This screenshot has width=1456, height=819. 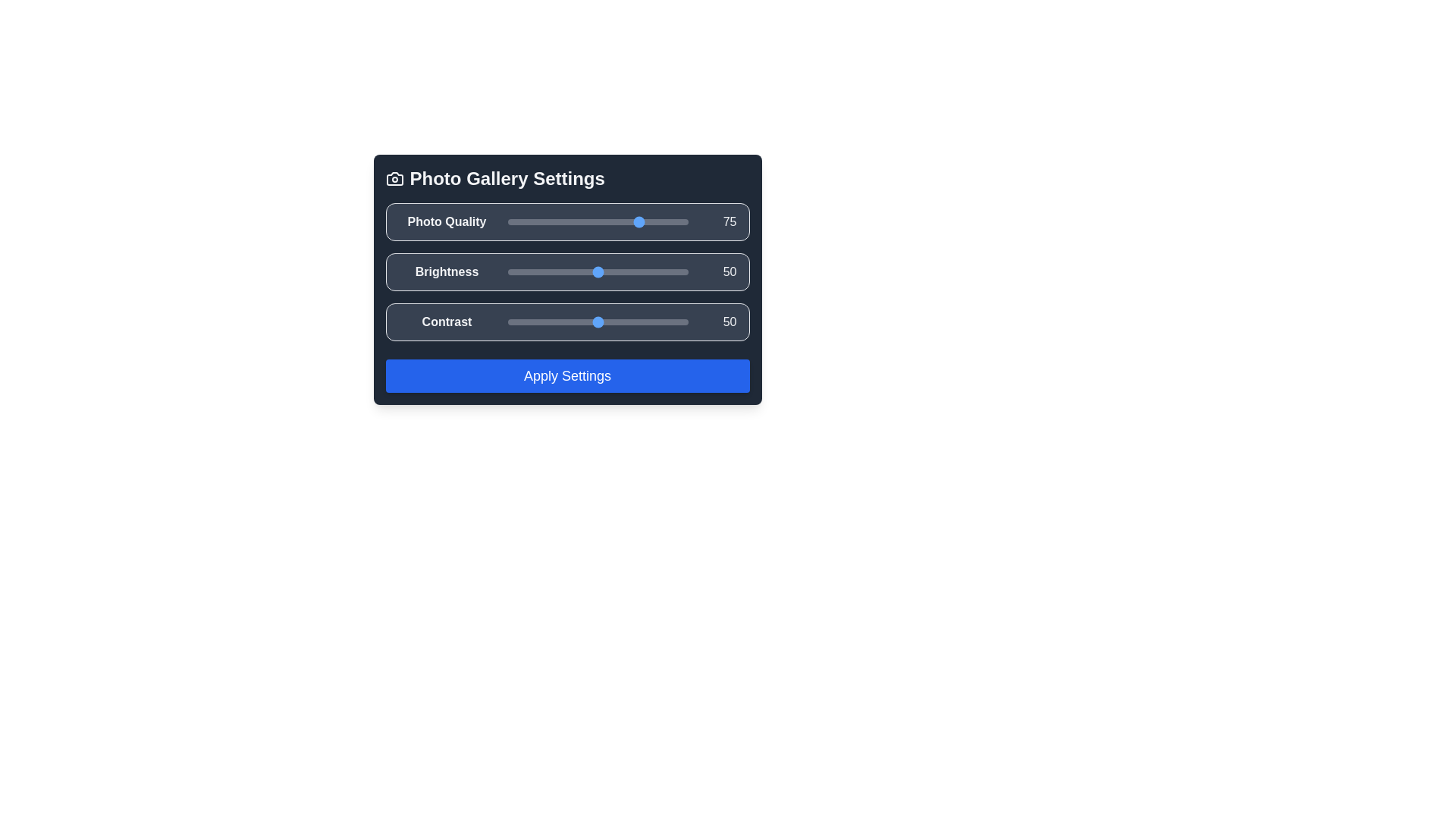 What do you see at coordinates (598, 321) in the screenshot?
I see `the contrast` at bounding box center [598, 321].